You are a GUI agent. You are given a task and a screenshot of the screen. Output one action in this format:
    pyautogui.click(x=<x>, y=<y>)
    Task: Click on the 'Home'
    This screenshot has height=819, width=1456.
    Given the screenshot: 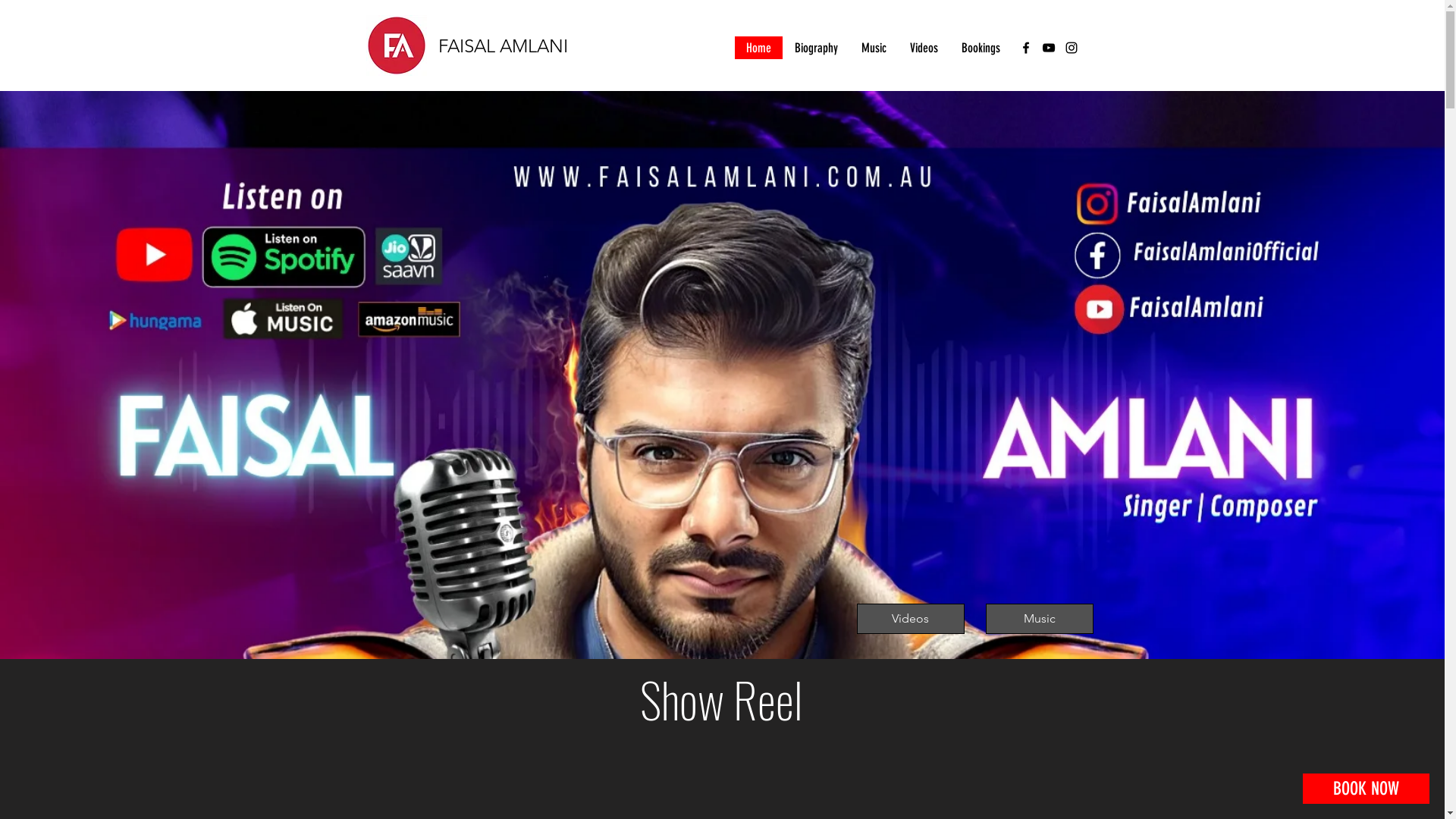 What is the action you would take?
    pyautogui.click(x=758, y=46)
    